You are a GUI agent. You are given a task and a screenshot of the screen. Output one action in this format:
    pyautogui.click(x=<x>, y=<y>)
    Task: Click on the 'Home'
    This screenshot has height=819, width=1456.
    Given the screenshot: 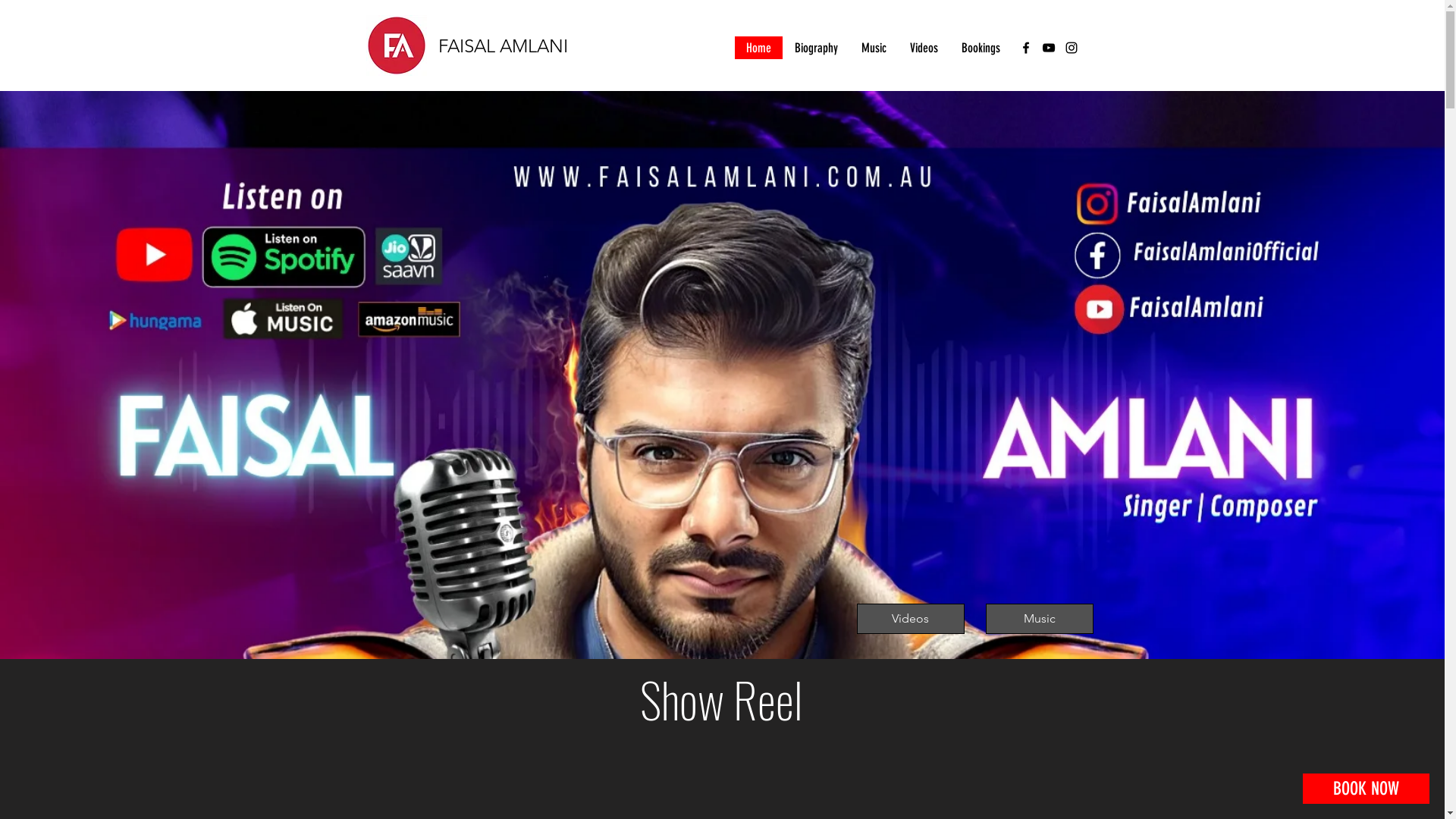 What is the action you would take?
    pyautogui.click(x=758, y=46)
    